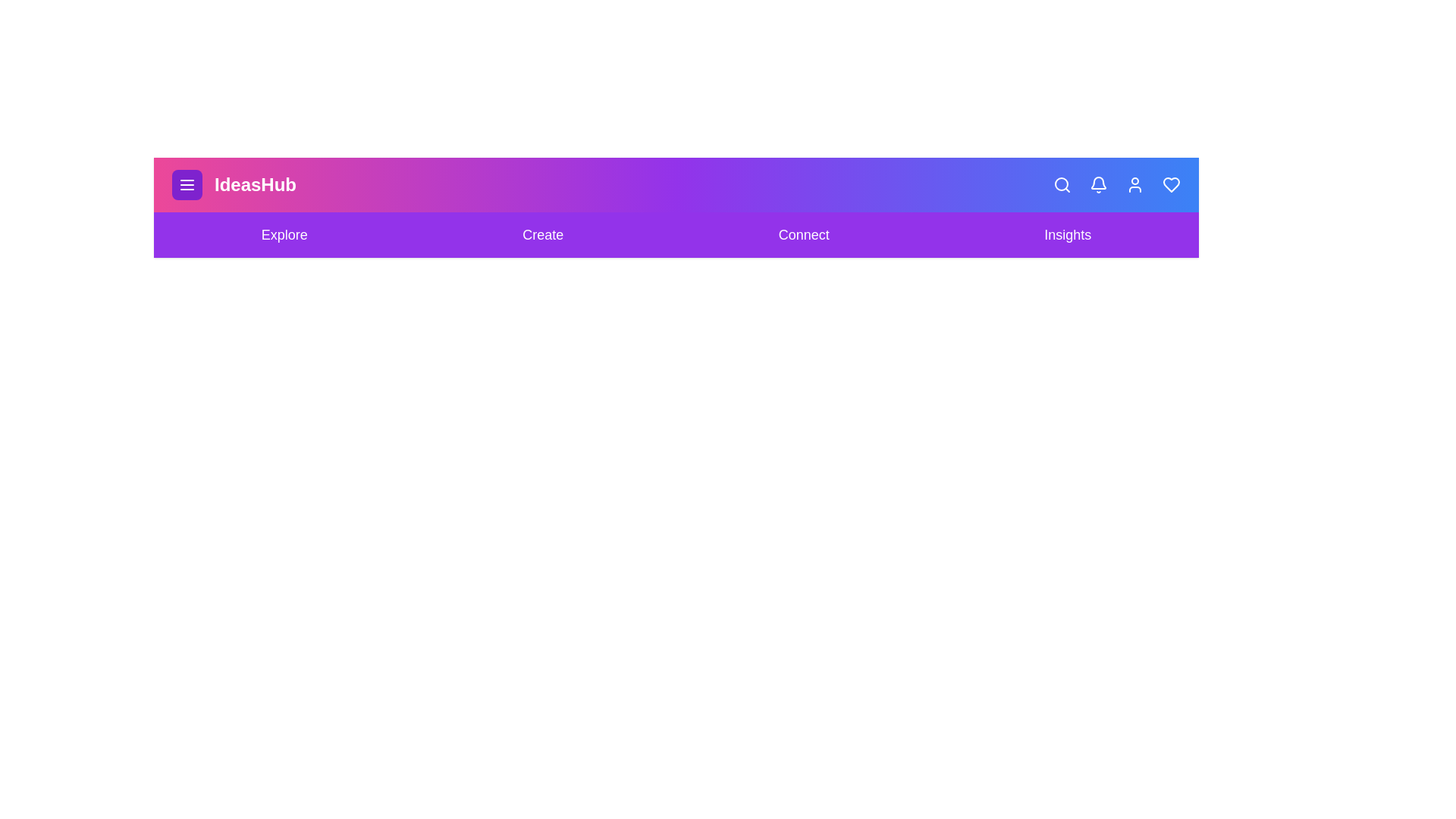 The image size is (1456, 819). What do you see at coordinates (1135, 184) in the screenshot?
I see `the User icon in the app bar` at bounding box center [1135, 184].